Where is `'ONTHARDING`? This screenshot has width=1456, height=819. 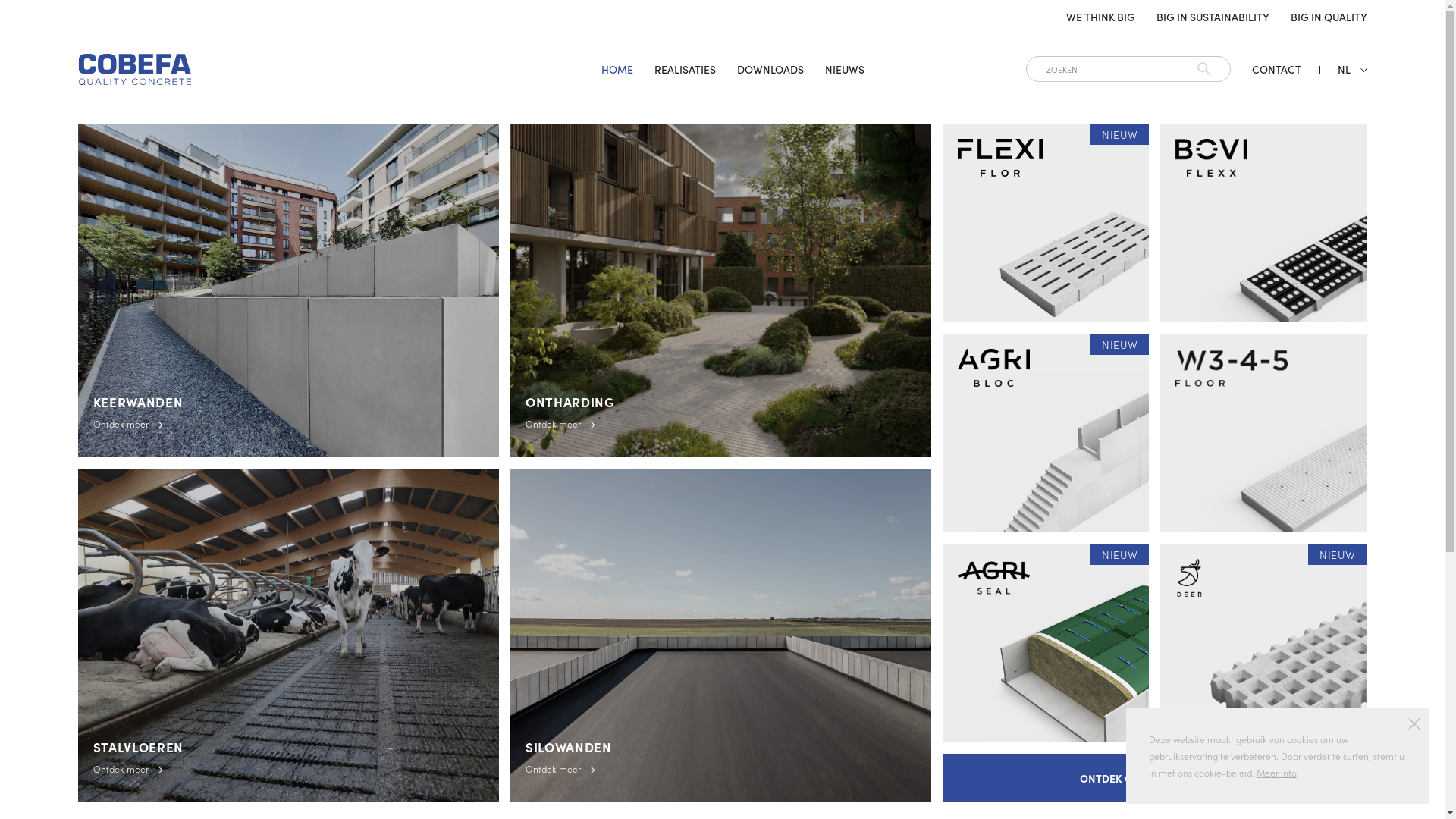 'ONTHARDING is located at coordinates (720, 290).